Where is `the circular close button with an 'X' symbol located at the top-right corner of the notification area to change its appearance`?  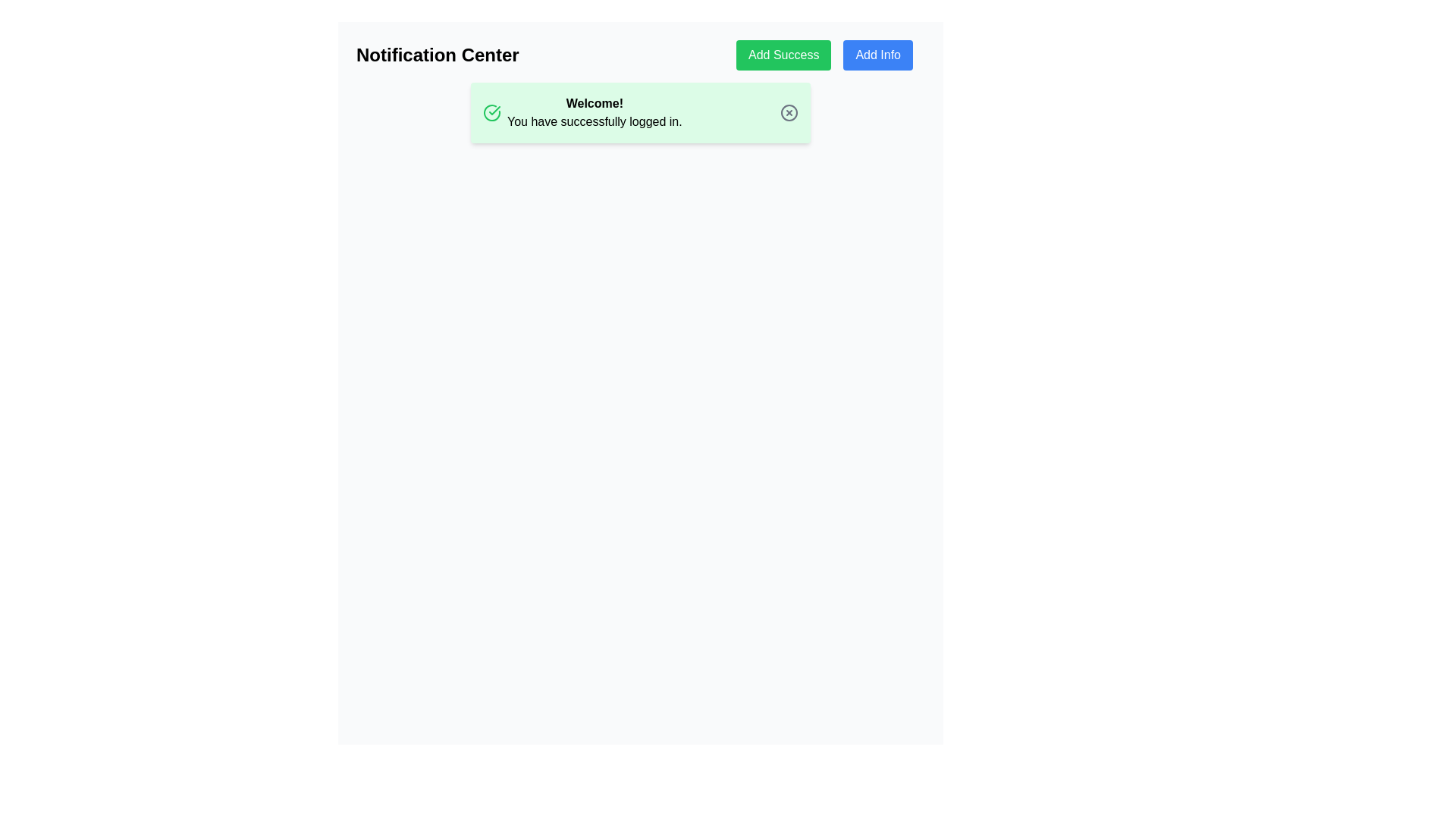
the circular close button with an 'X' symbol located at the top-right corner of the notification area to change its appearance is located at coordinates (789, 112).